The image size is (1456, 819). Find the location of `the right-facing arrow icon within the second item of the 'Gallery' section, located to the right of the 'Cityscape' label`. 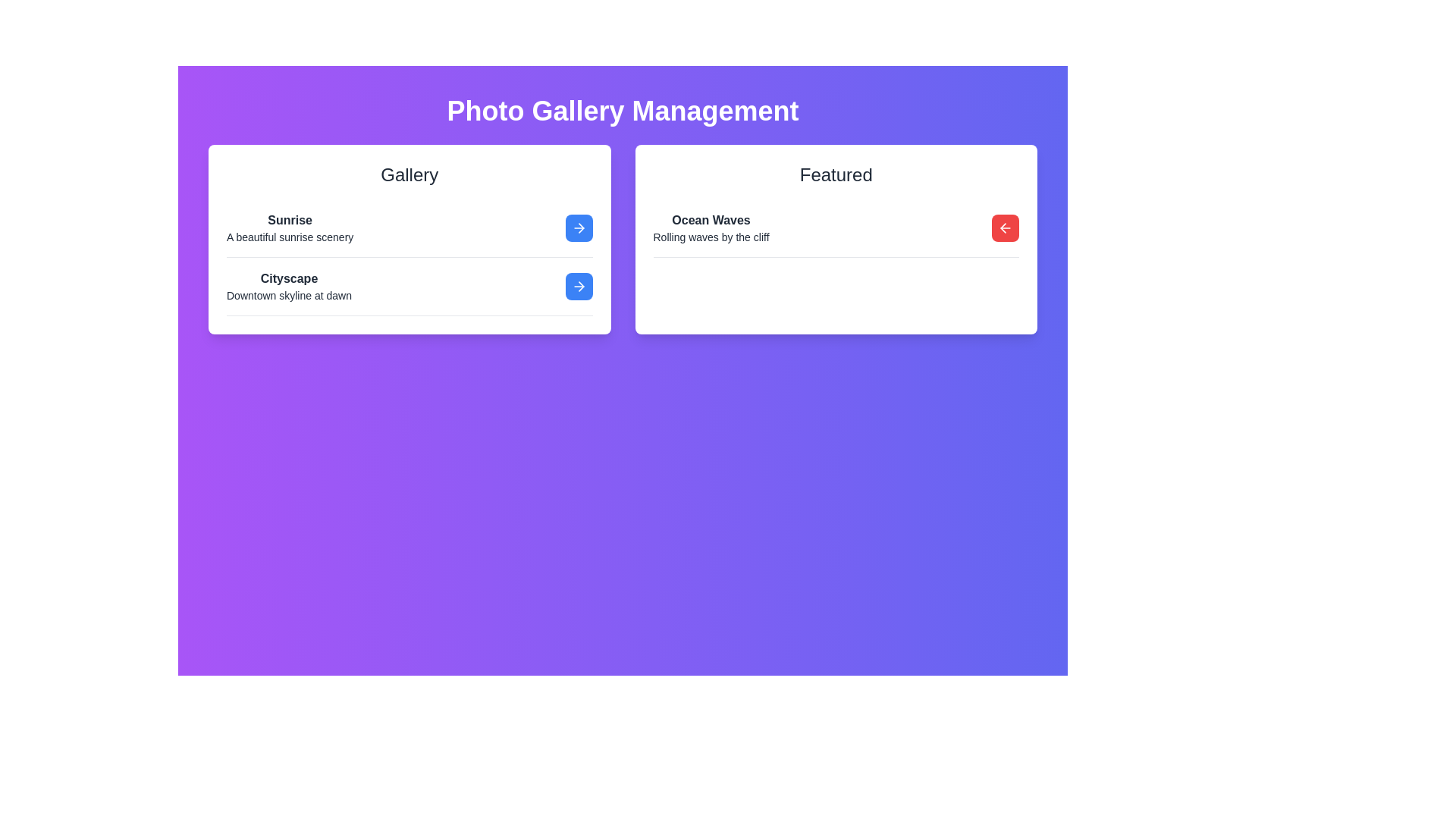

the right-facing arrow icon within the second item of the 'Gallery' section, located to the right of the 'Cityscape' label is located at coordinates (580, 227).